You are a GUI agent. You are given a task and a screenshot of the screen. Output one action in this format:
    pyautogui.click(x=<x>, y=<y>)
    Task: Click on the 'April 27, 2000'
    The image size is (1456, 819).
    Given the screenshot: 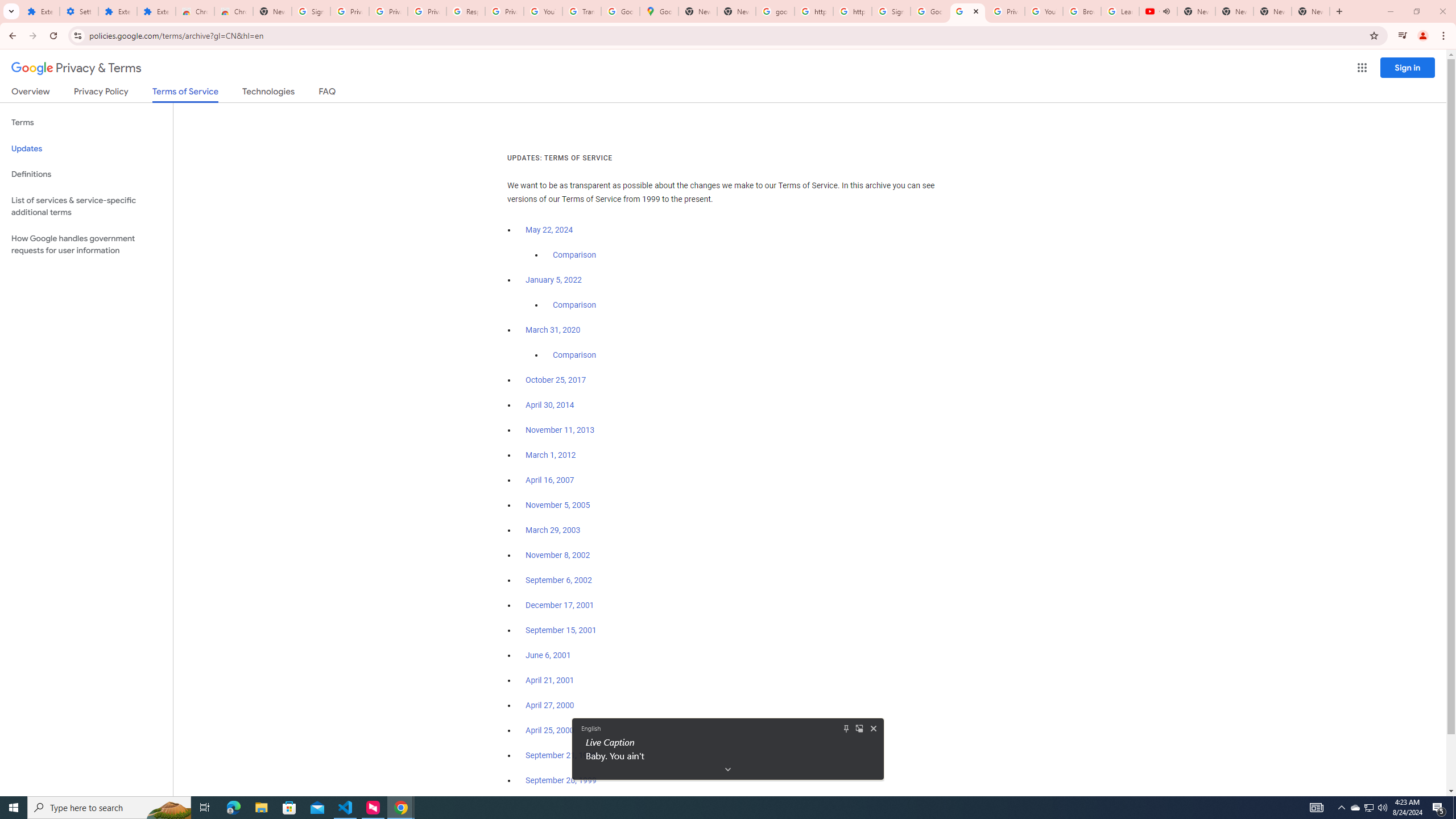 What is the action you would take?
    pyautogui.click(x=549, y=704)
    